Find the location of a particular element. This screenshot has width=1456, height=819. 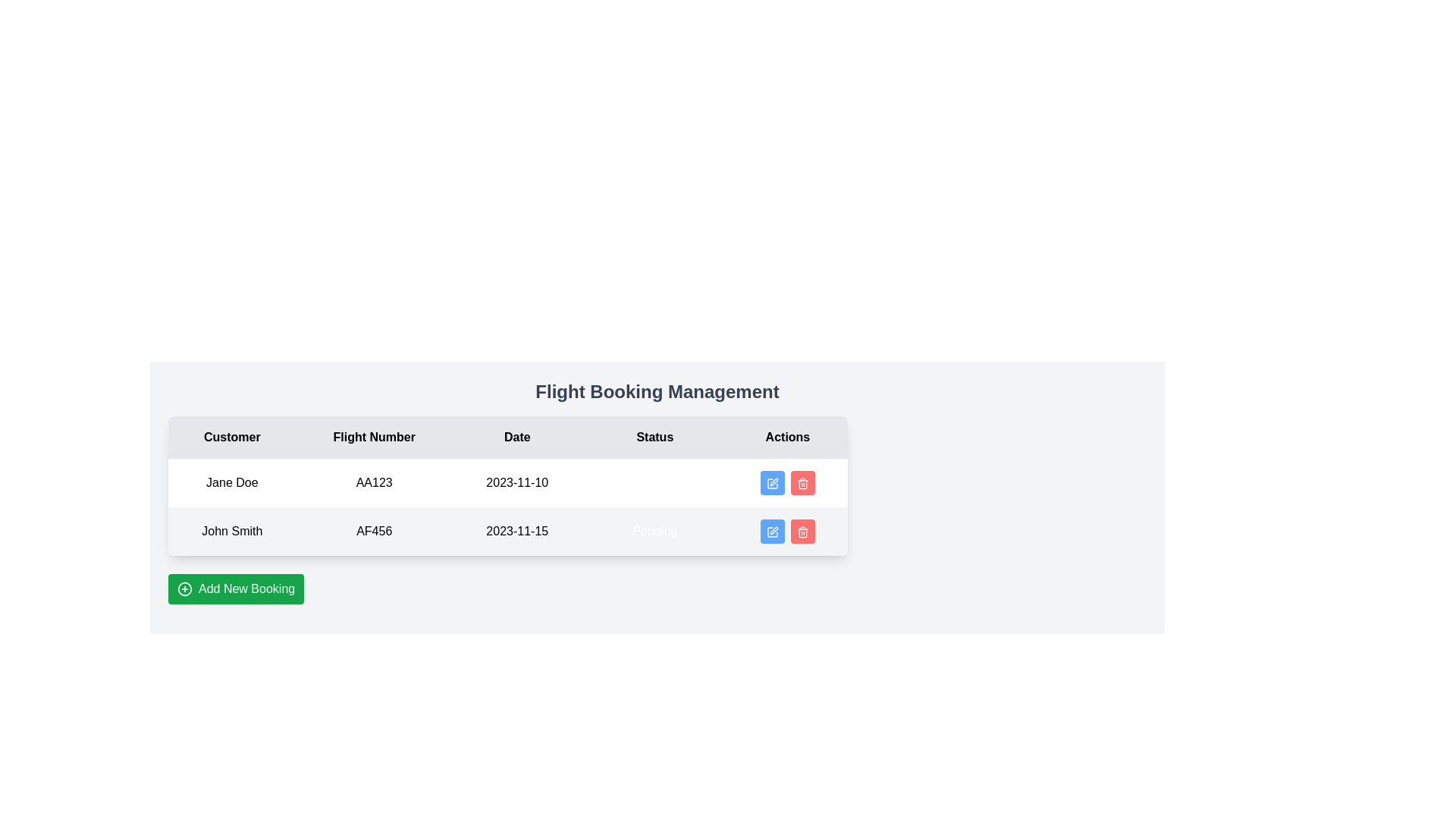

the table row displaying booking information for 'Jane Doe' and 'John Smith' is located at coordinates (508, 507).